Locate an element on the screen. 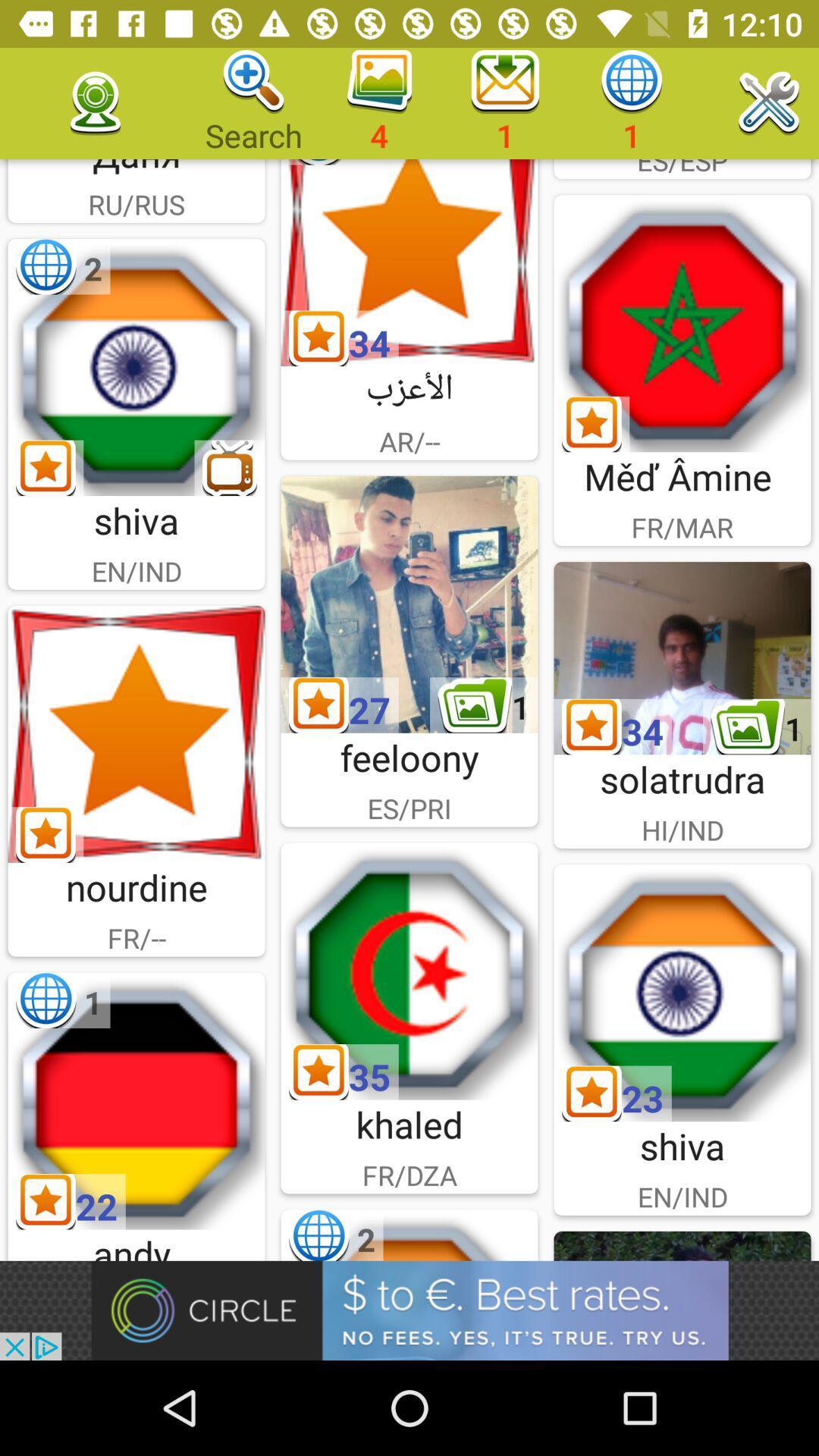 The image size is (819, 1456). chatroom is located at coordinates (136, 1100).